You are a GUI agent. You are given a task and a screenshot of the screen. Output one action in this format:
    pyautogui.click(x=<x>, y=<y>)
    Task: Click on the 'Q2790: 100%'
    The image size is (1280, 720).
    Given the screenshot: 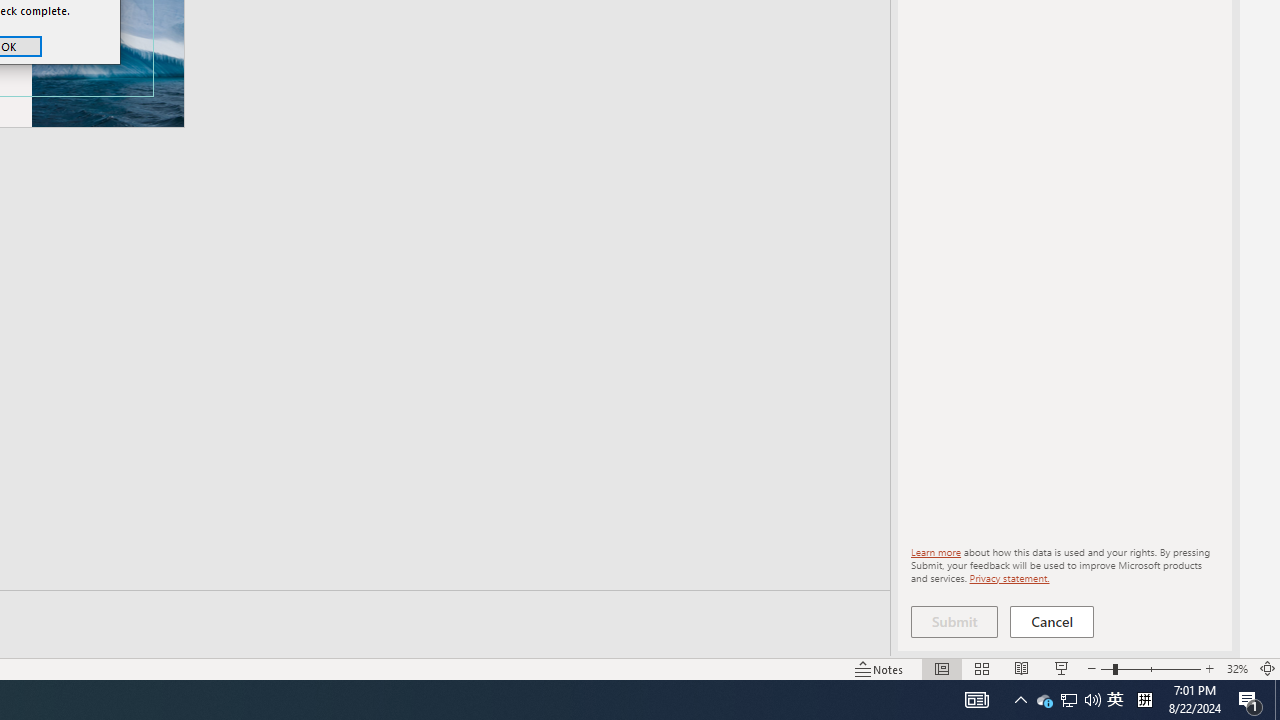 What is the action you would take?
    pyautogui.click(x=1092, y=698)
    